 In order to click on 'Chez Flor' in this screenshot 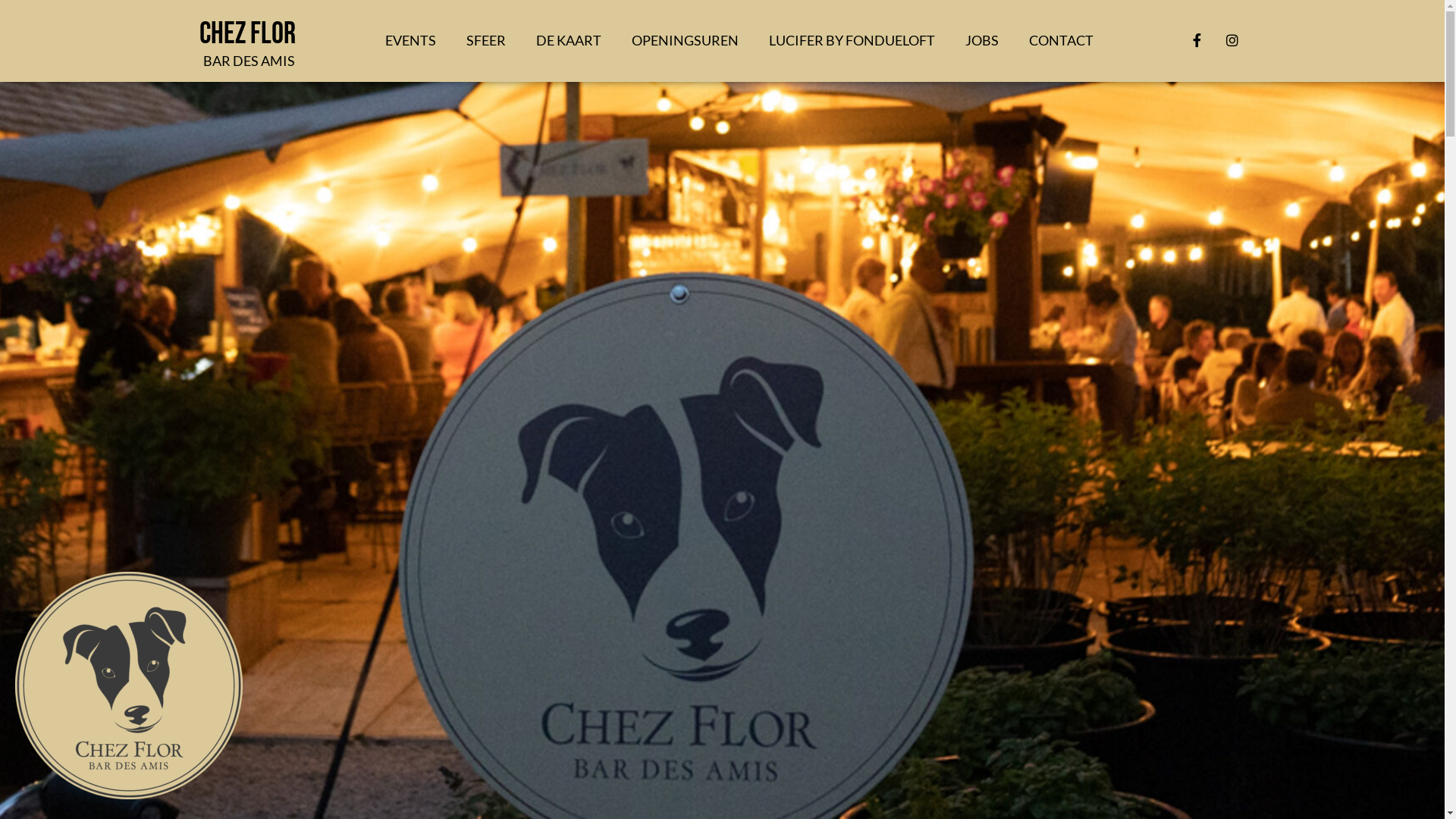, I will do `click(246, 34)`.